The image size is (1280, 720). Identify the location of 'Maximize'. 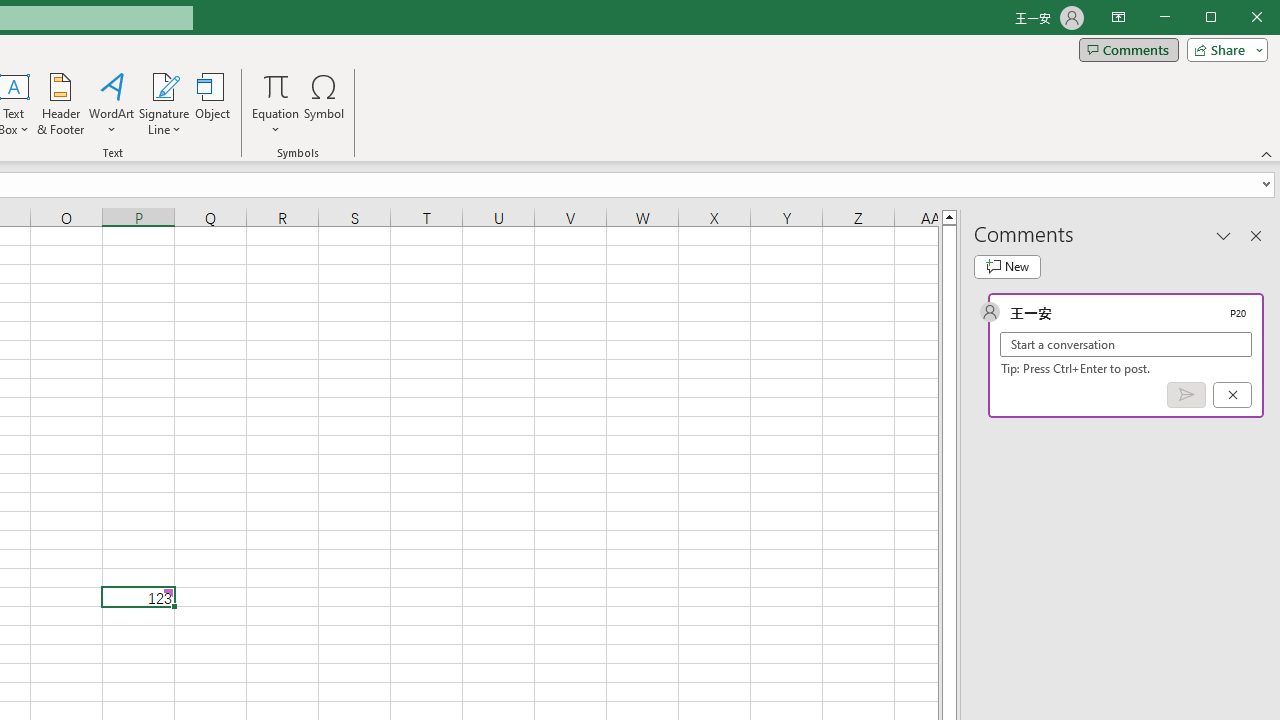
(1238, 19).